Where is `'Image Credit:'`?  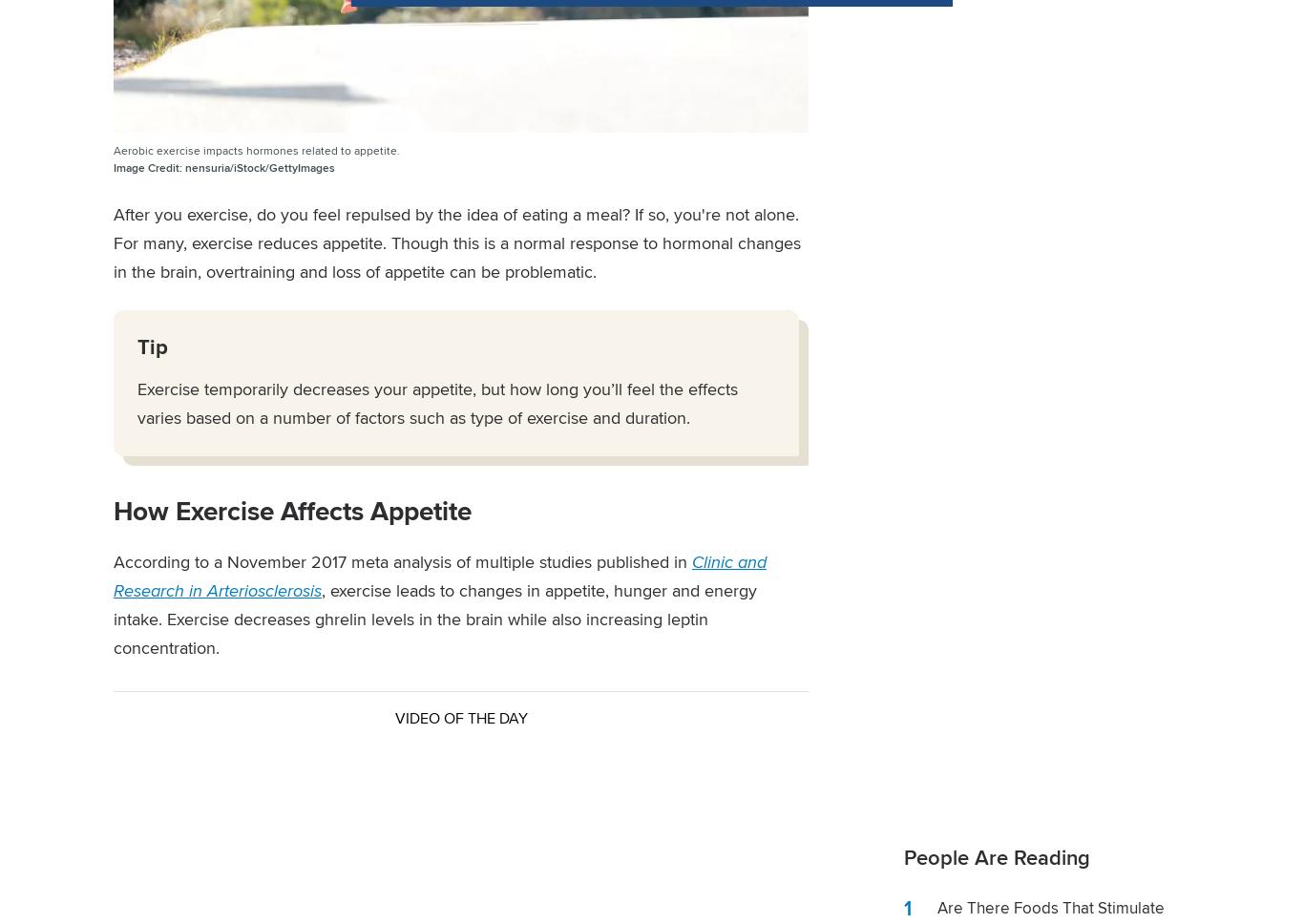
'Image Credit:' is located at coordinates (147, 167).